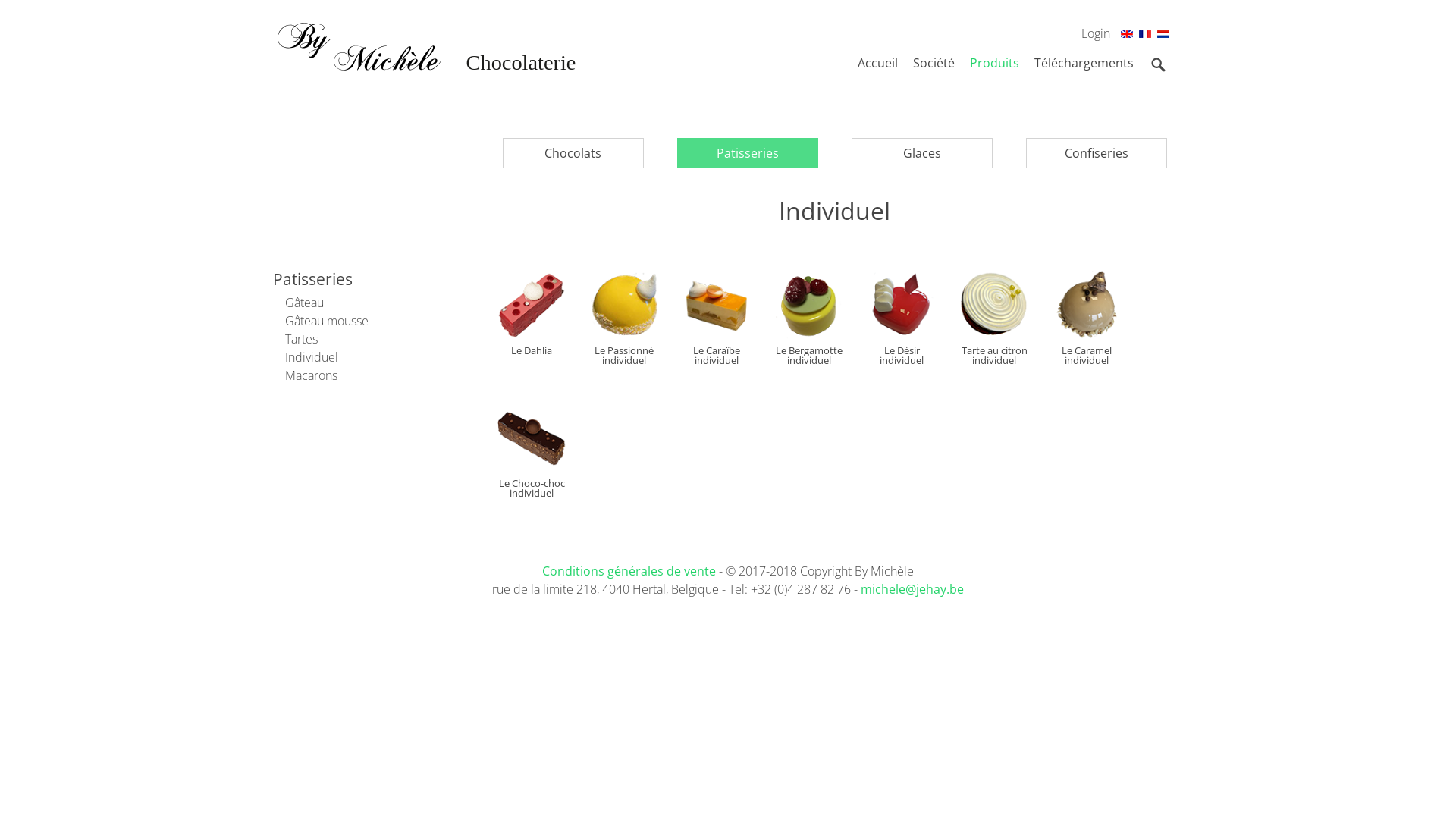  I want to click on 'Le Caramel individuel', so click(1086, 318).